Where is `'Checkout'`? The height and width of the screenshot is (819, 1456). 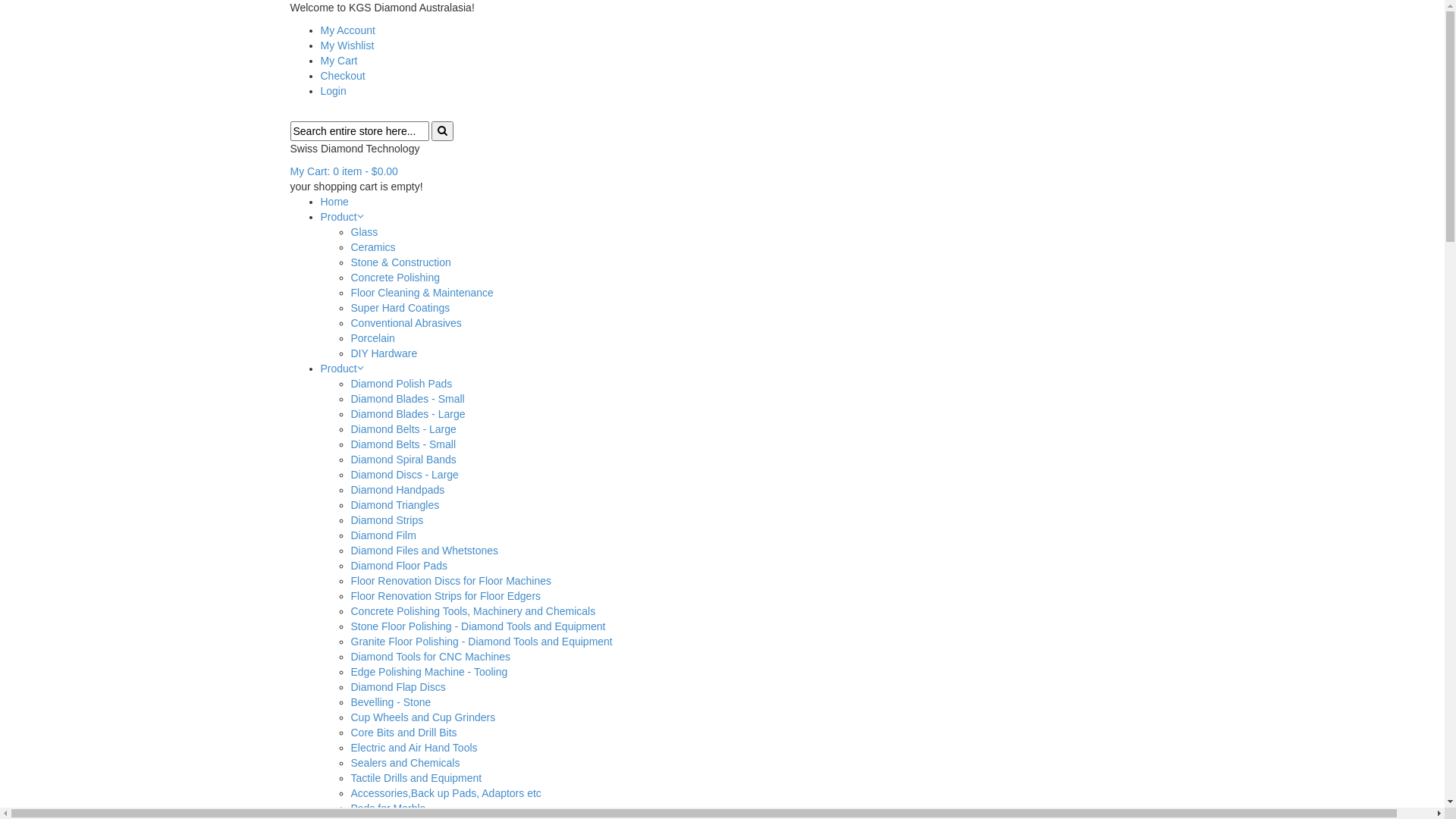
'Checkout' is located at coordinates (341, 76).